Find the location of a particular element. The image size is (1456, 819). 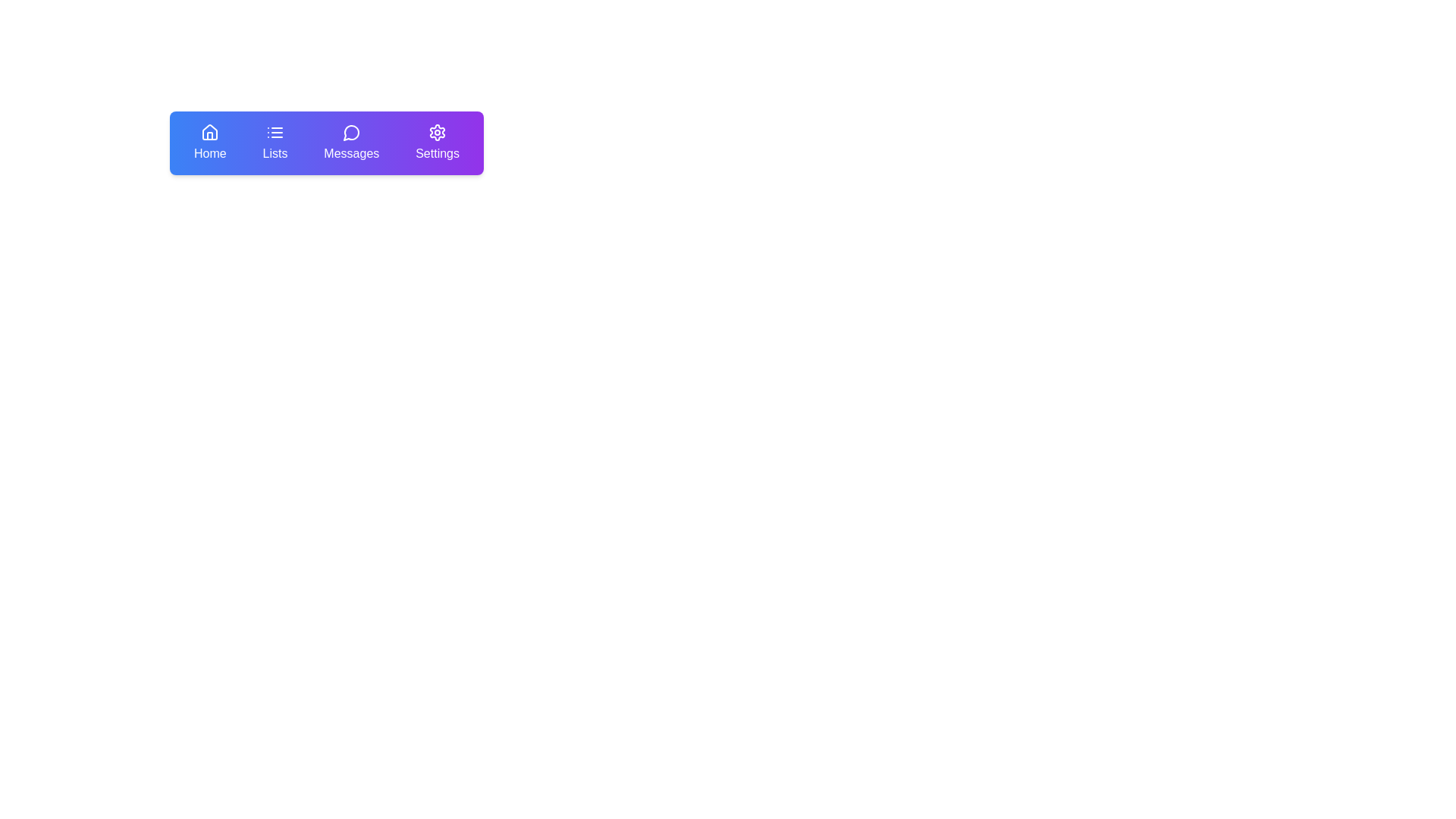

the 'Lists' button, which features a vertically stacked icon of three horizontal lines above a dot and the text 'Lists' in white on a gradient background from blue to purple is located at coordinates (275, 143).